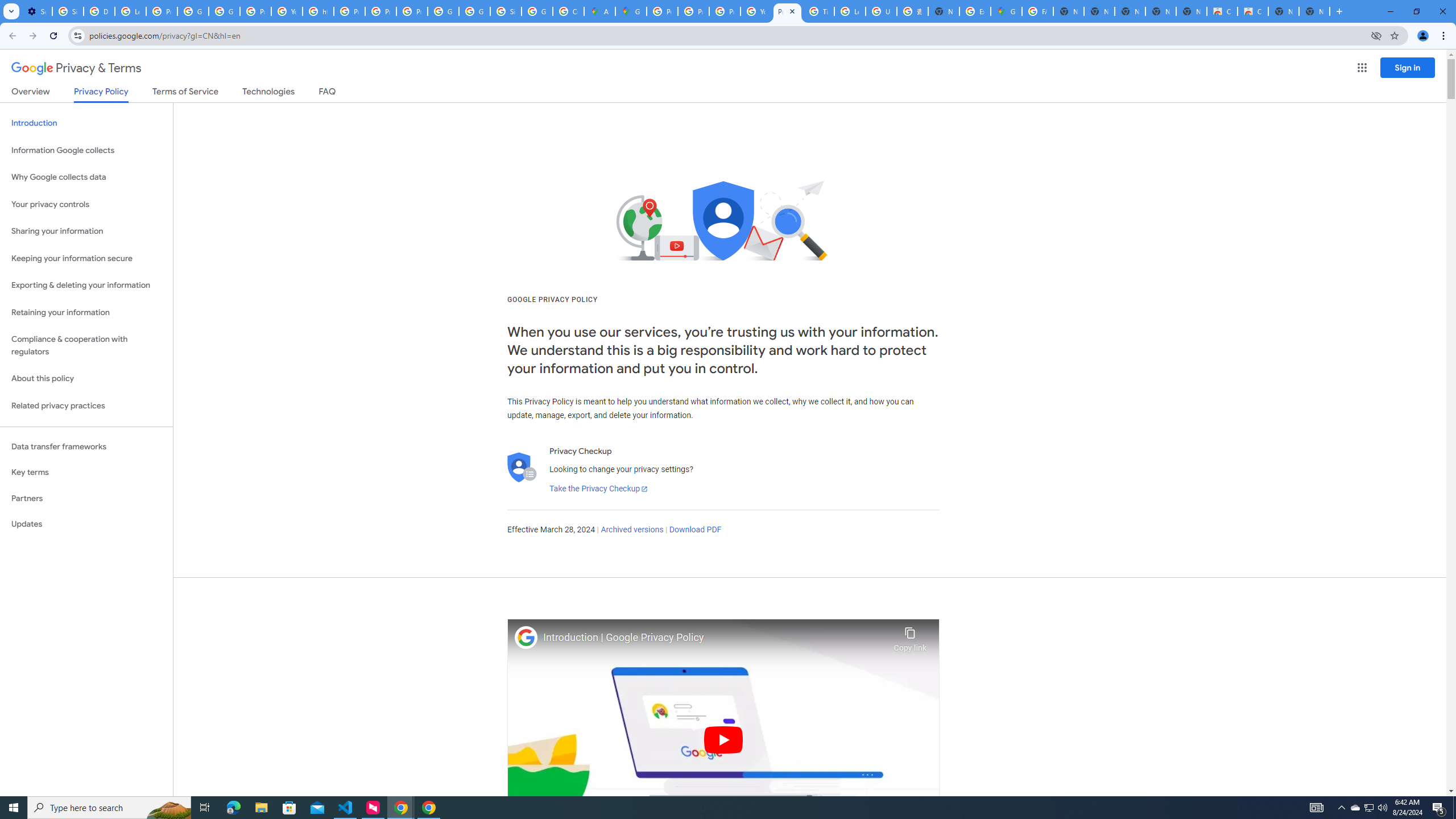 Image resolution: width=1456 pixels, height=819 pixels. I want to click on 'Tips & tricks for Chrome - Google Chrome Help', so click(818, 11).